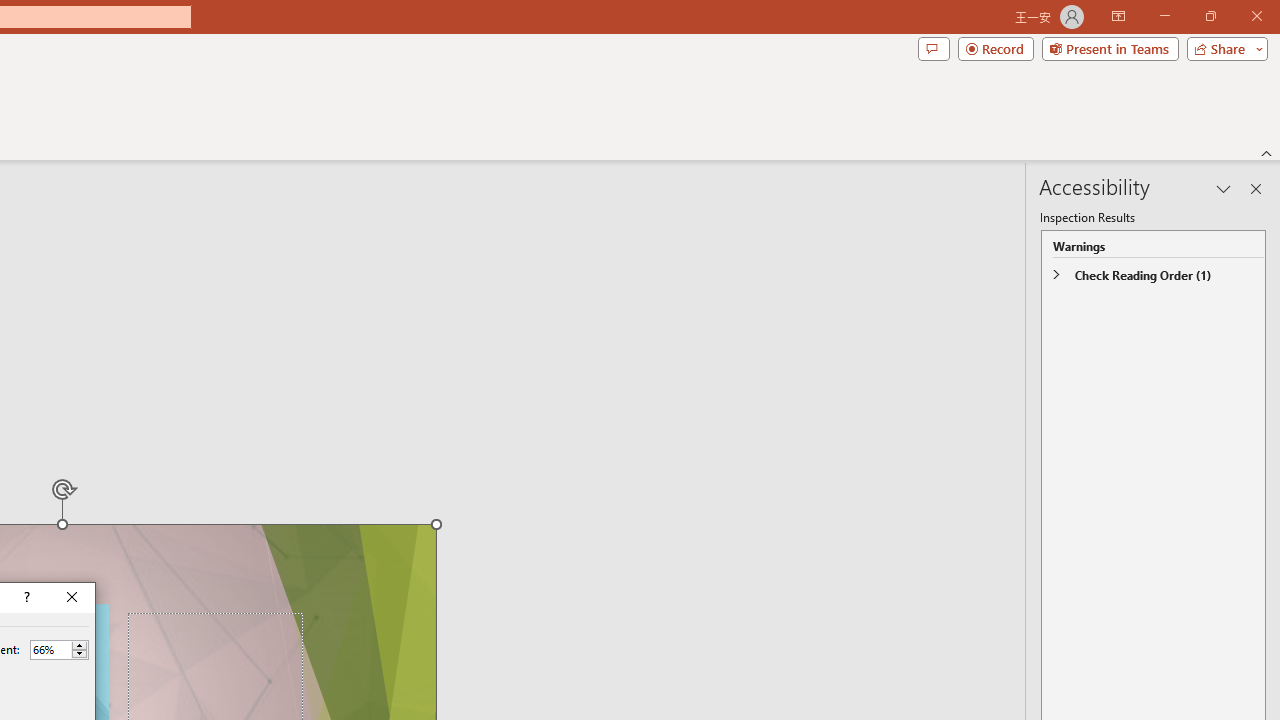 The width and height of the screenshot is (1280, 720). Describe the element at coordinates (50, 649) in the screenshot. I see `'Percent'` at that location.